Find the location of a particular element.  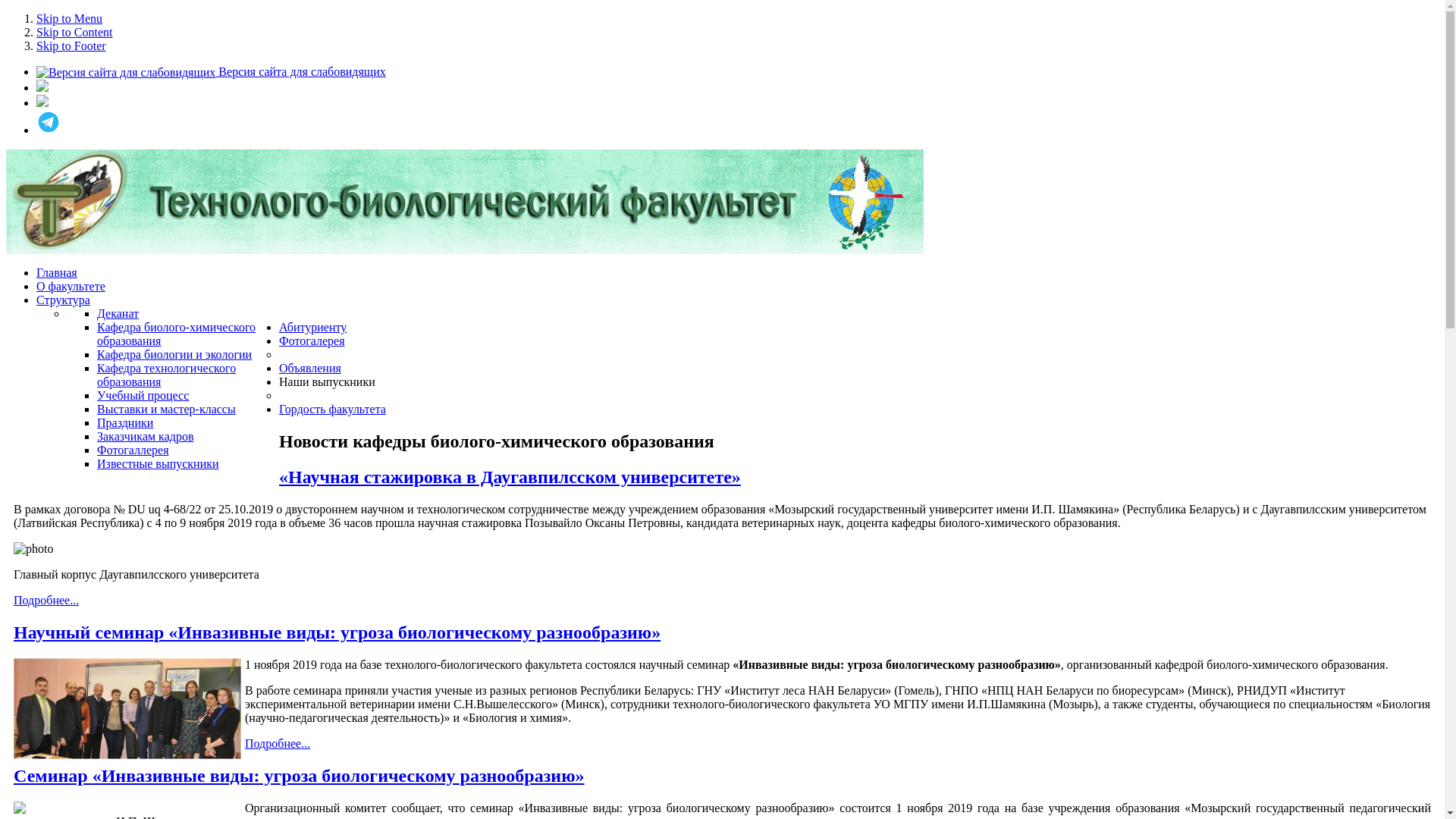

'Skip to Footer' is located at coordinates (71, 45).